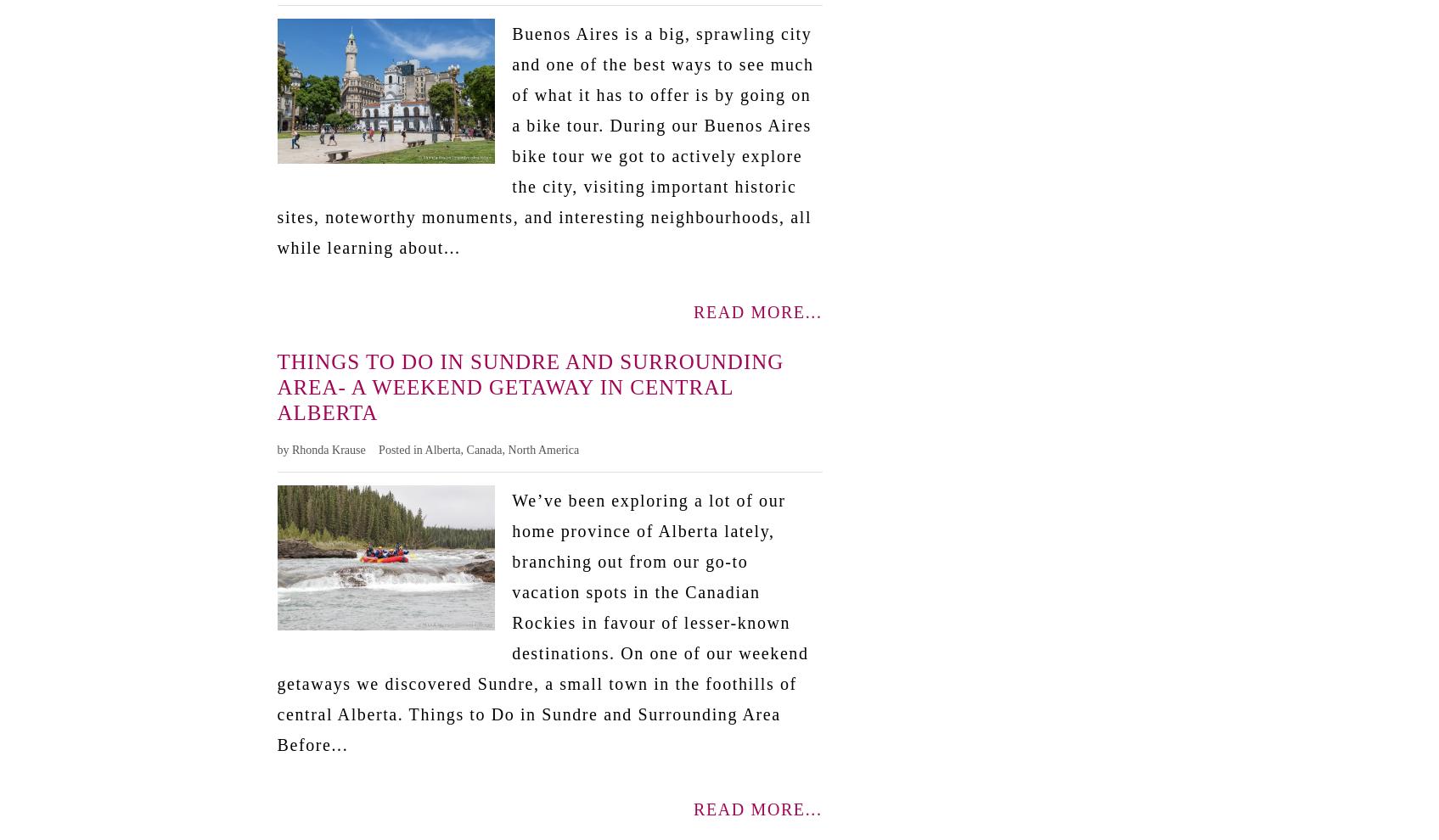  I want to click on 'Rhonda Krause', so click(327, 448).